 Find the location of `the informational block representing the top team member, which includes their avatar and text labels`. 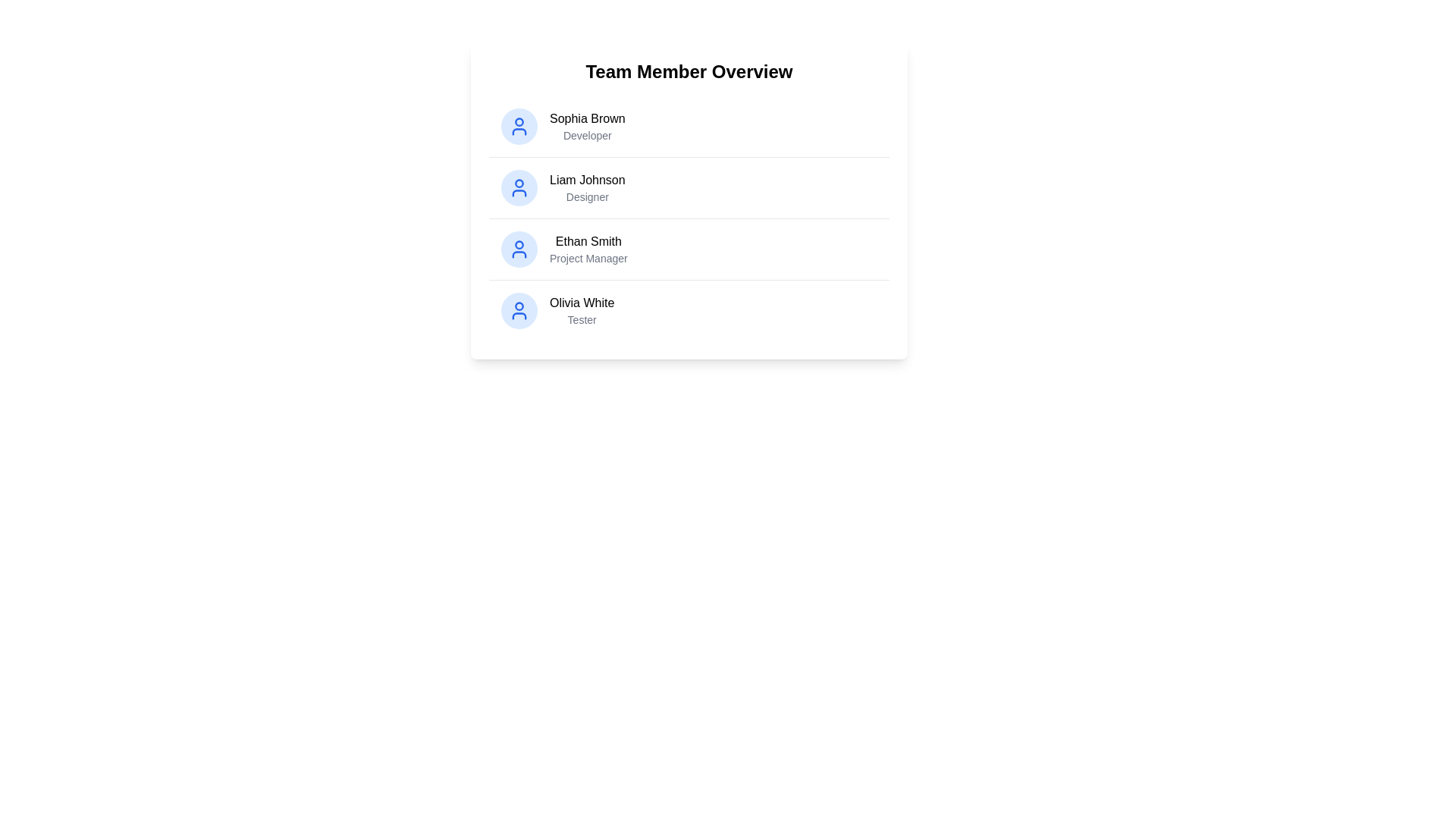

the informational block representing the top team member, which includes their avatar and text labels is located at coordinates (562, 125).